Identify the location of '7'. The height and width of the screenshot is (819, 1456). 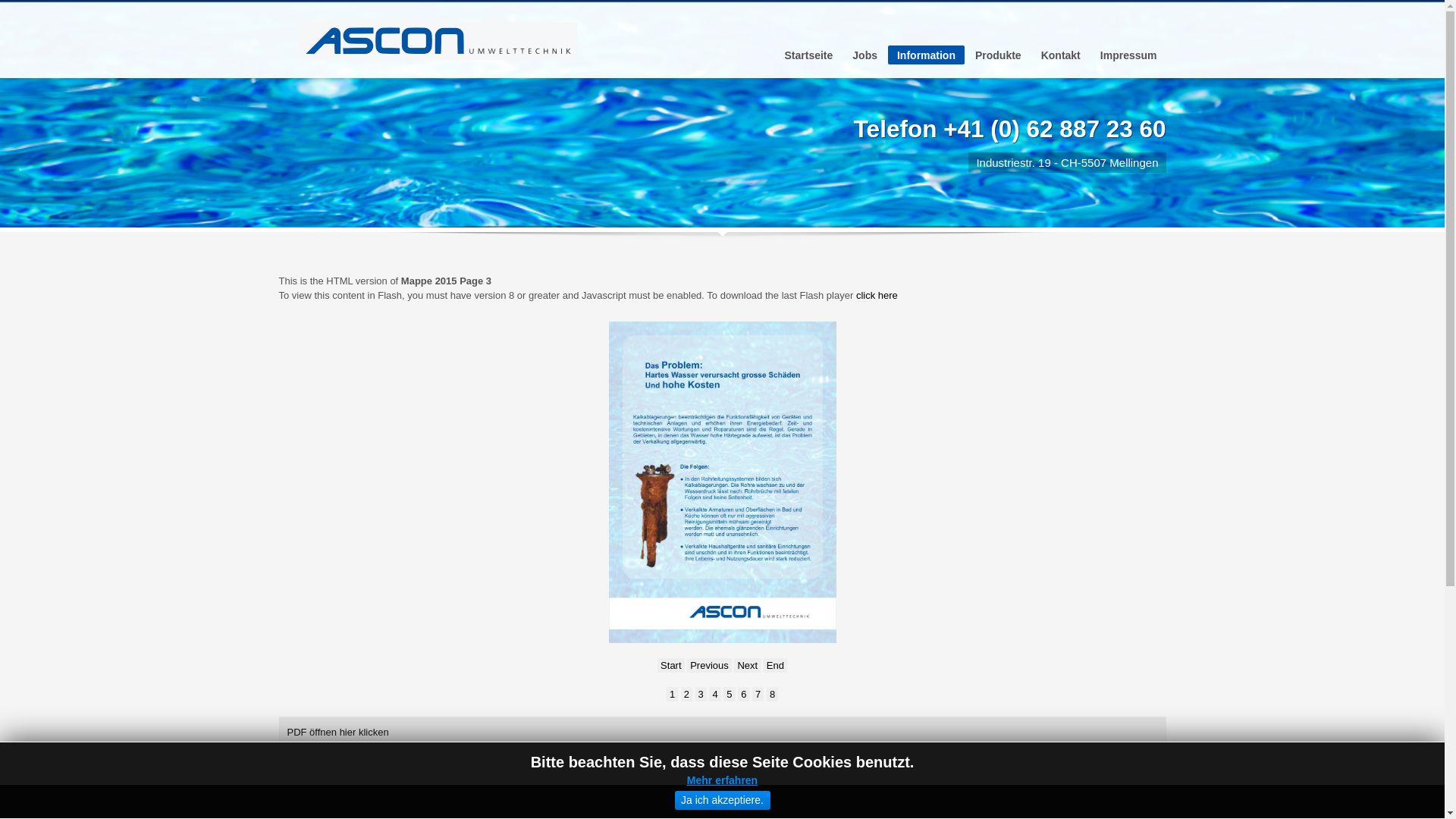
(752, 694).